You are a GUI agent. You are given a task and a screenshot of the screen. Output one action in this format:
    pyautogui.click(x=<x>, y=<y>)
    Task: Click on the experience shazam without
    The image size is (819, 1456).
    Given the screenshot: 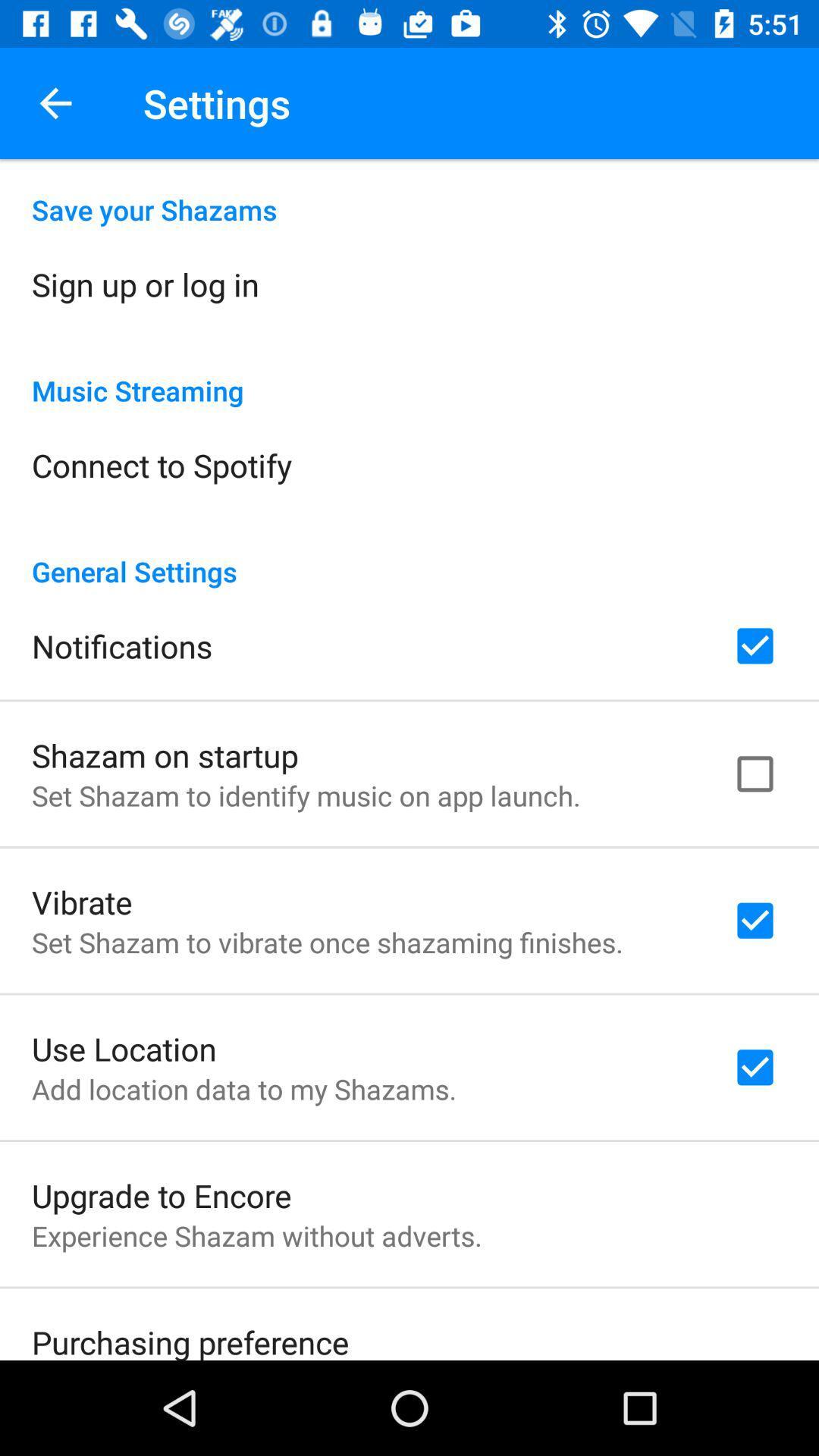 What is the action you would take?
    pyautogui.click(x=256, y=1235)
    